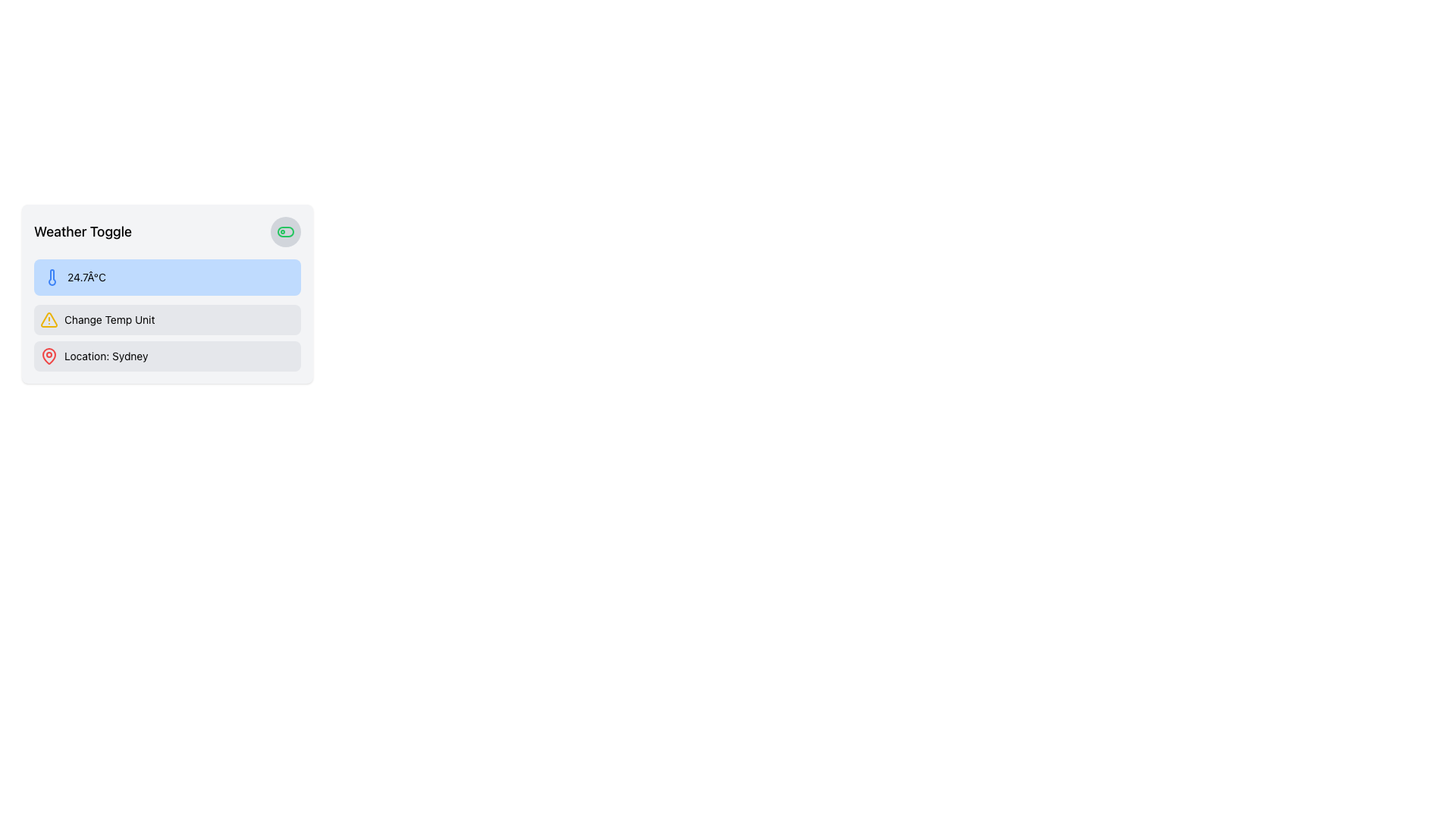 Image resolution: width=1456 pixels, height=819 pixels. I want to click on the informational display box that shows the temperature reading, located below the 'Weather Toggle' title and above the 'Change Temp Unit' section, so click(167, 278).